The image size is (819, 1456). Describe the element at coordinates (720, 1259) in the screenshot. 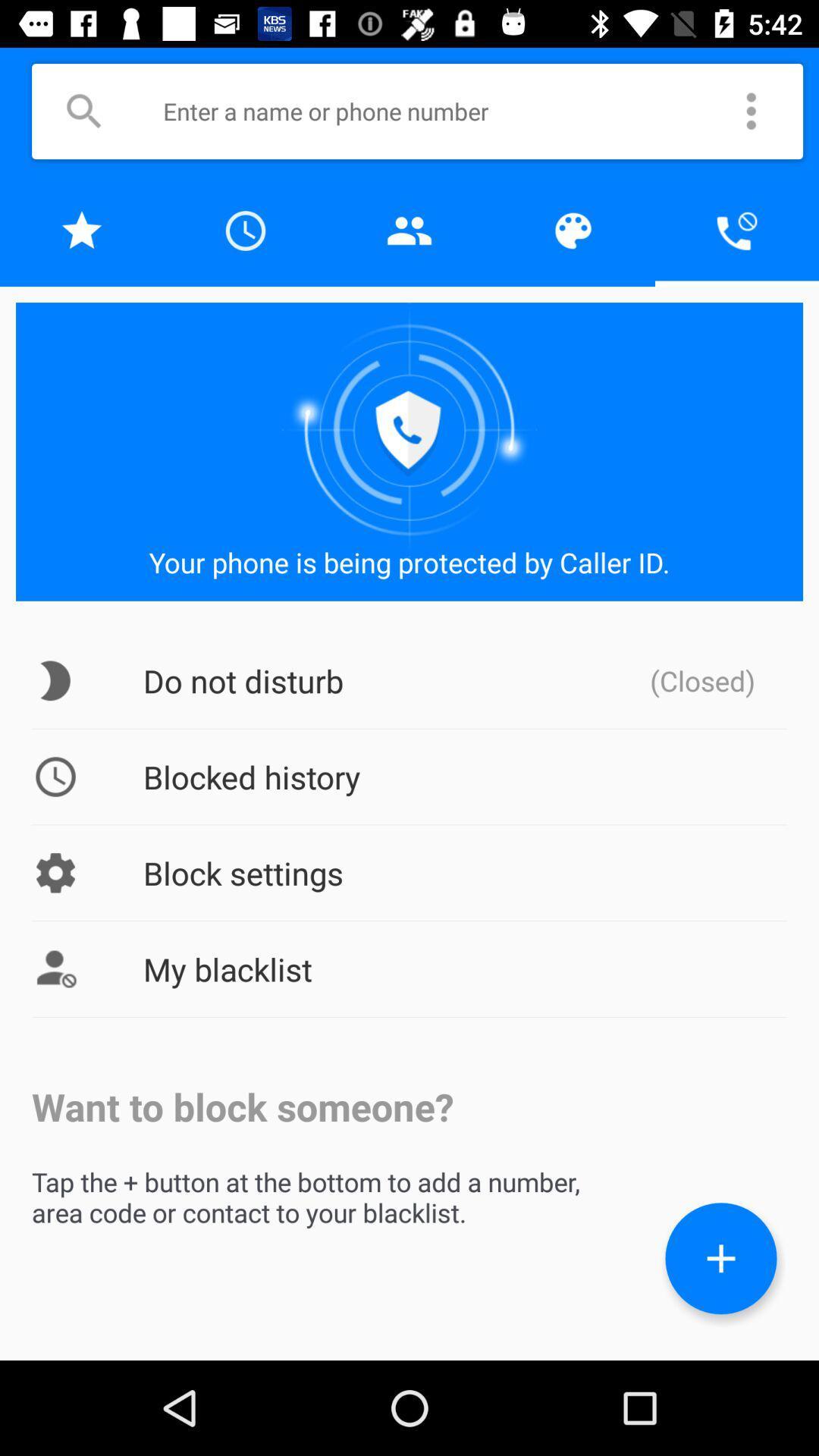

I see `the last plus icon` at that location.